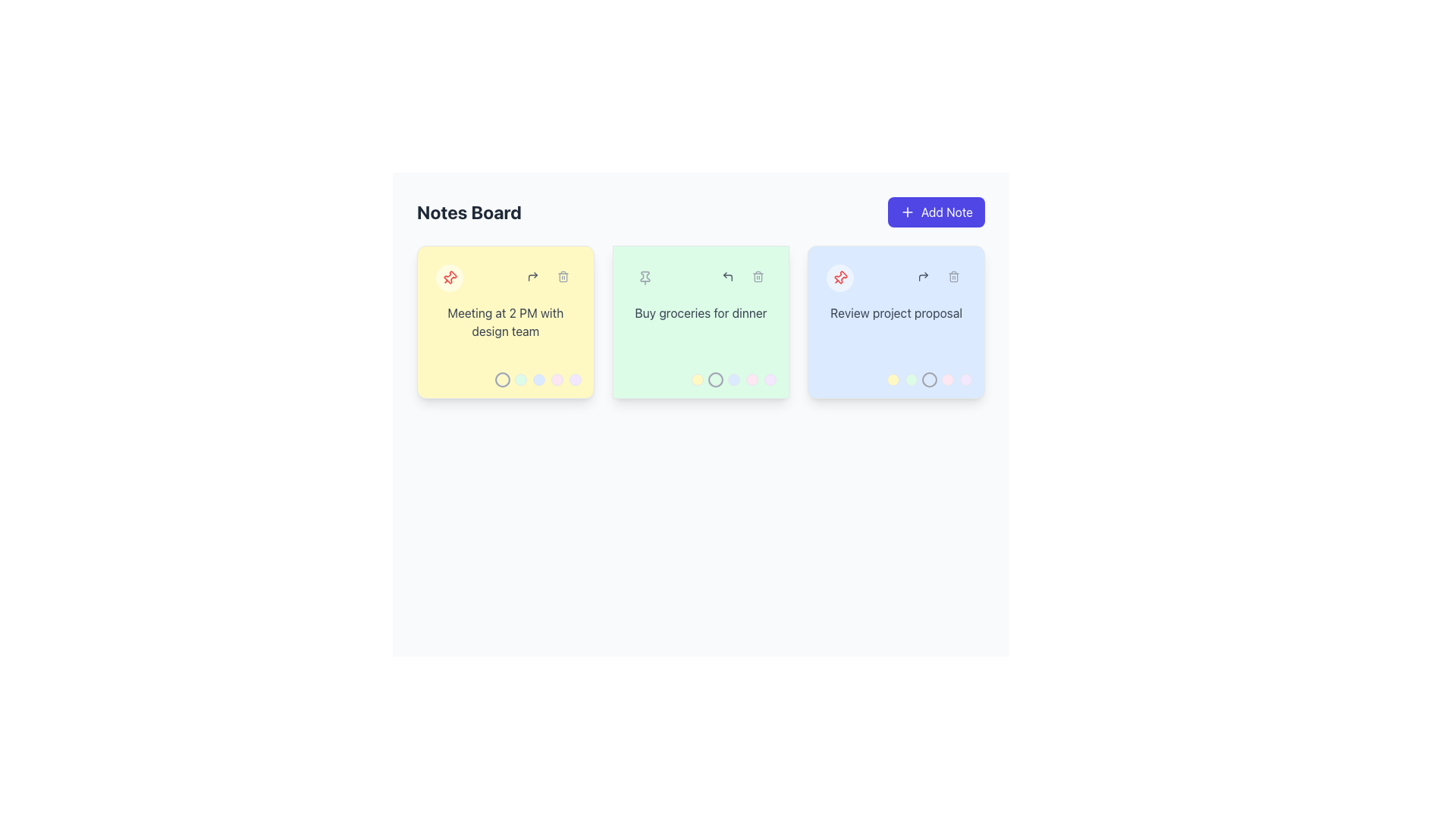  I want to click on the blue forwarding icon located at the top-right corner of the third note card on the Notes Board, so click(923, 277).